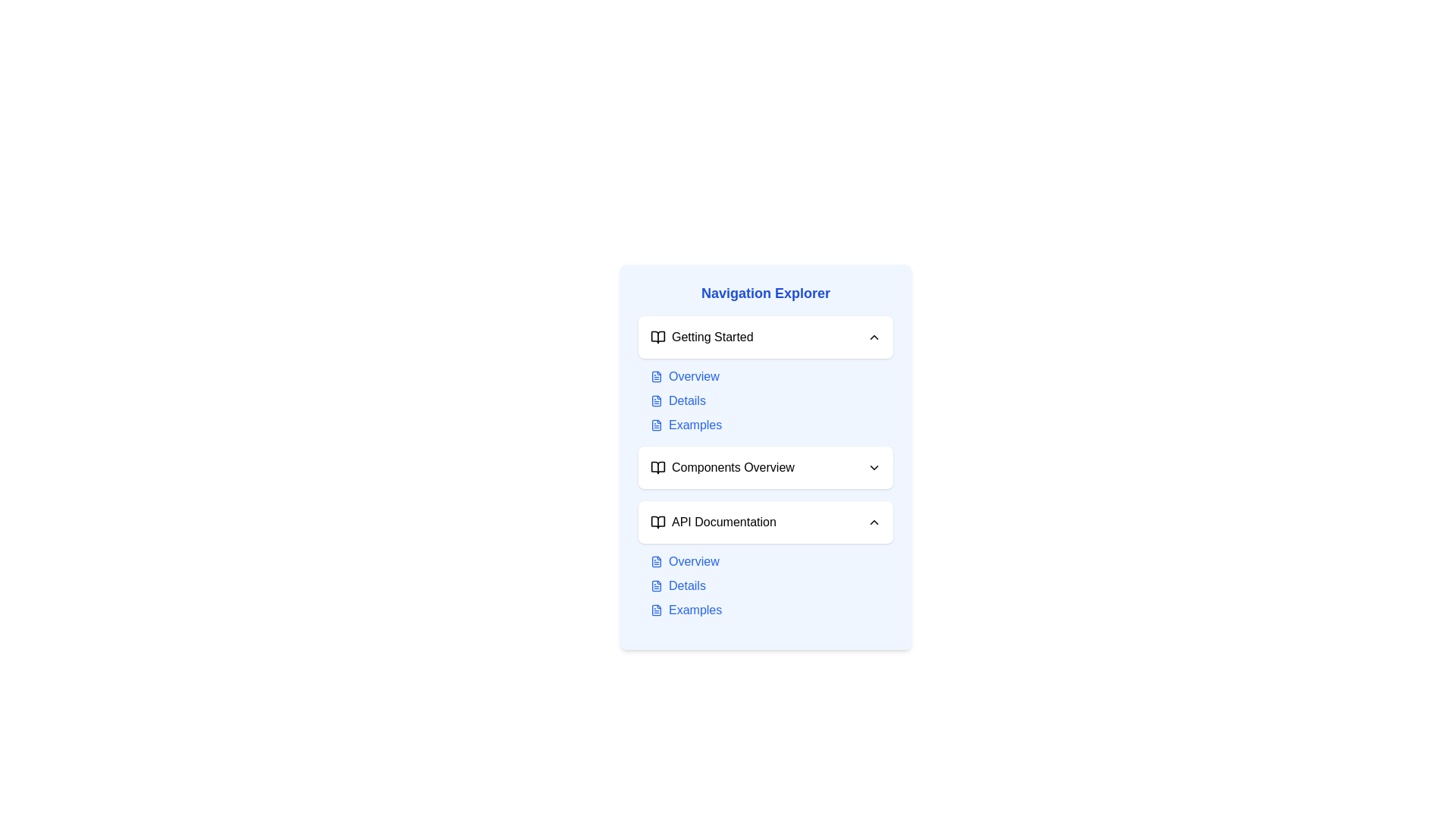 The image size is (1456, 819). I want to click on the open book icon, which is the first icon in the navigation list and is located immediately to the left of the 'Getting Started' section header, so click(658, 336).